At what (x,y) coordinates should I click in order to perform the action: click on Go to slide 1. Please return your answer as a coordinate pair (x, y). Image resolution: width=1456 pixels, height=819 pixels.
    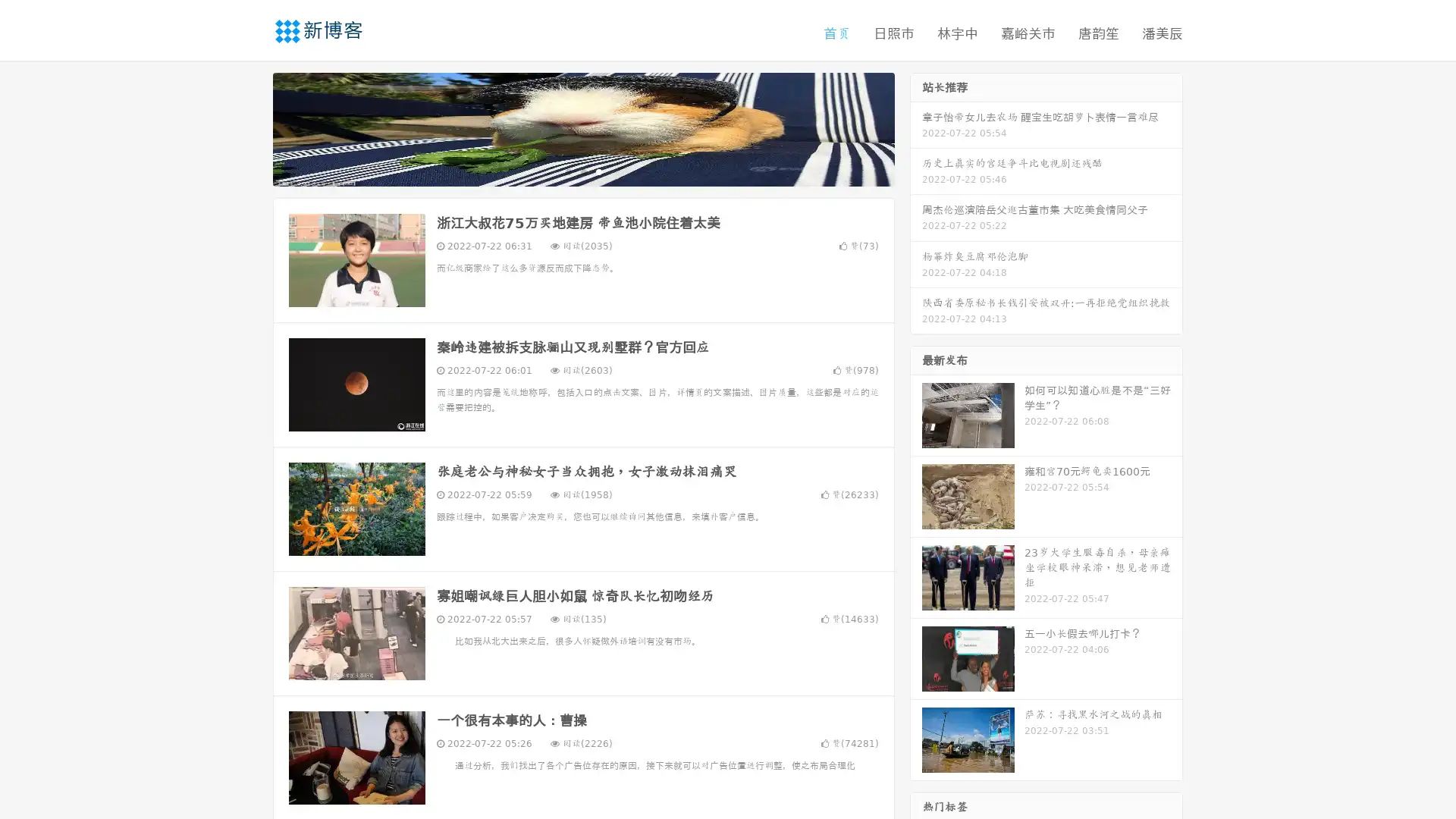
    Looking at the image, I should click on (567, 171).